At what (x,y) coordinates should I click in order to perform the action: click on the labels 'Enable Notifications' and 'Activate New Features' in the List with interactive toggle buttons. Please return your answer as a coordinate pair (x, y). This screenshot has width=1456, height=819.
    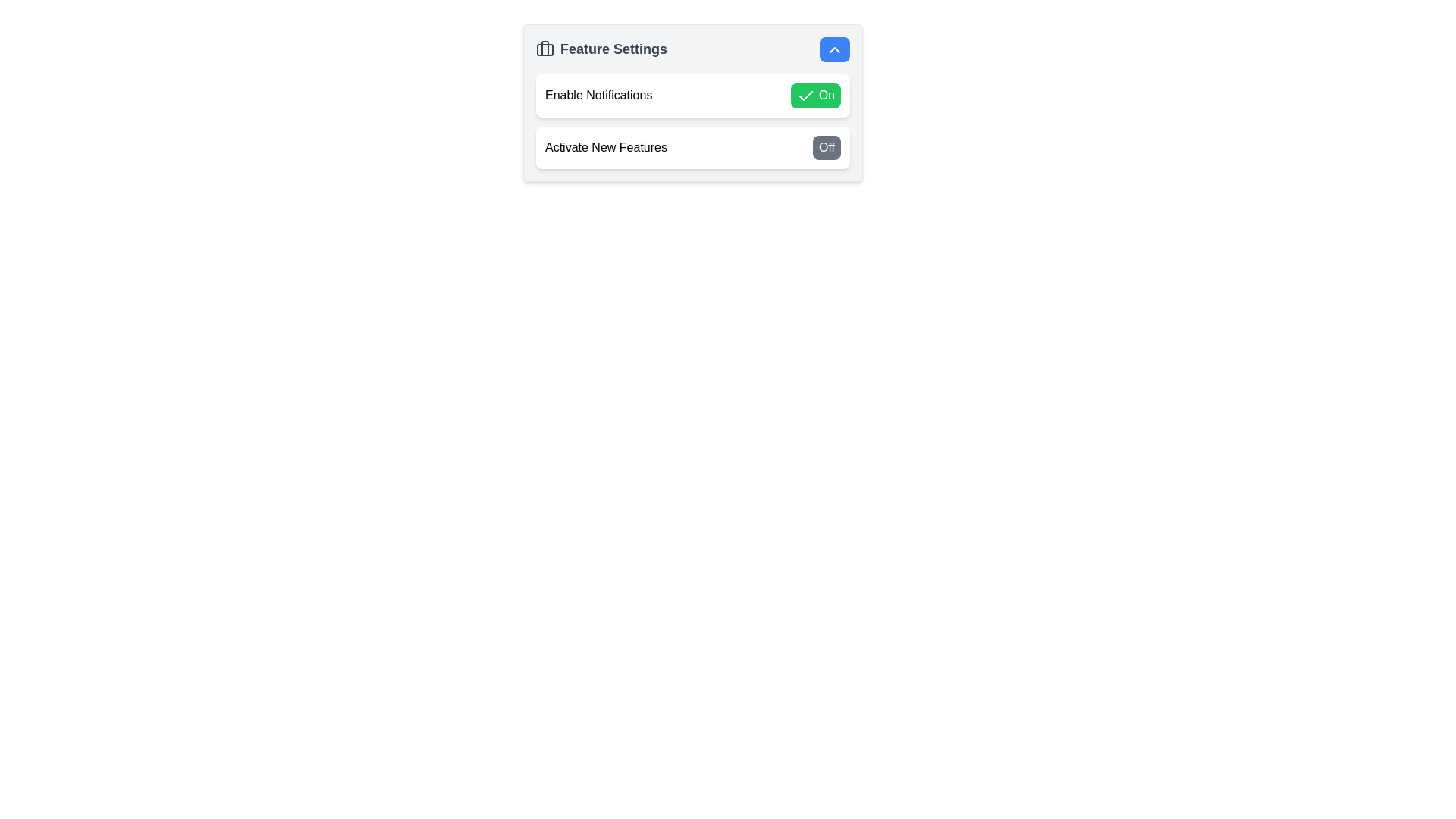
    Looking at the image, I should click on (692, 120).